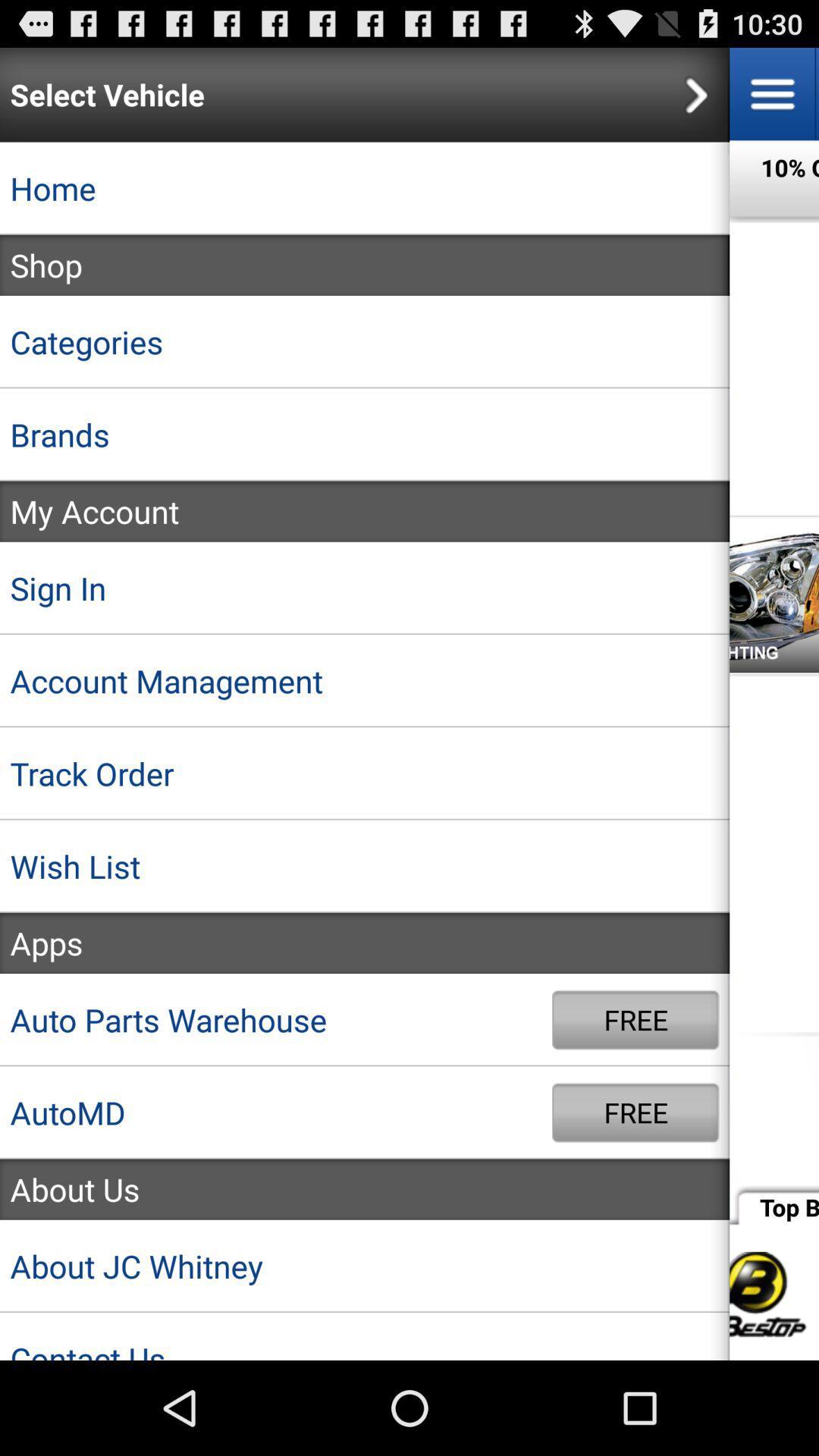  I want to click on the track order item, so click(365, 773).